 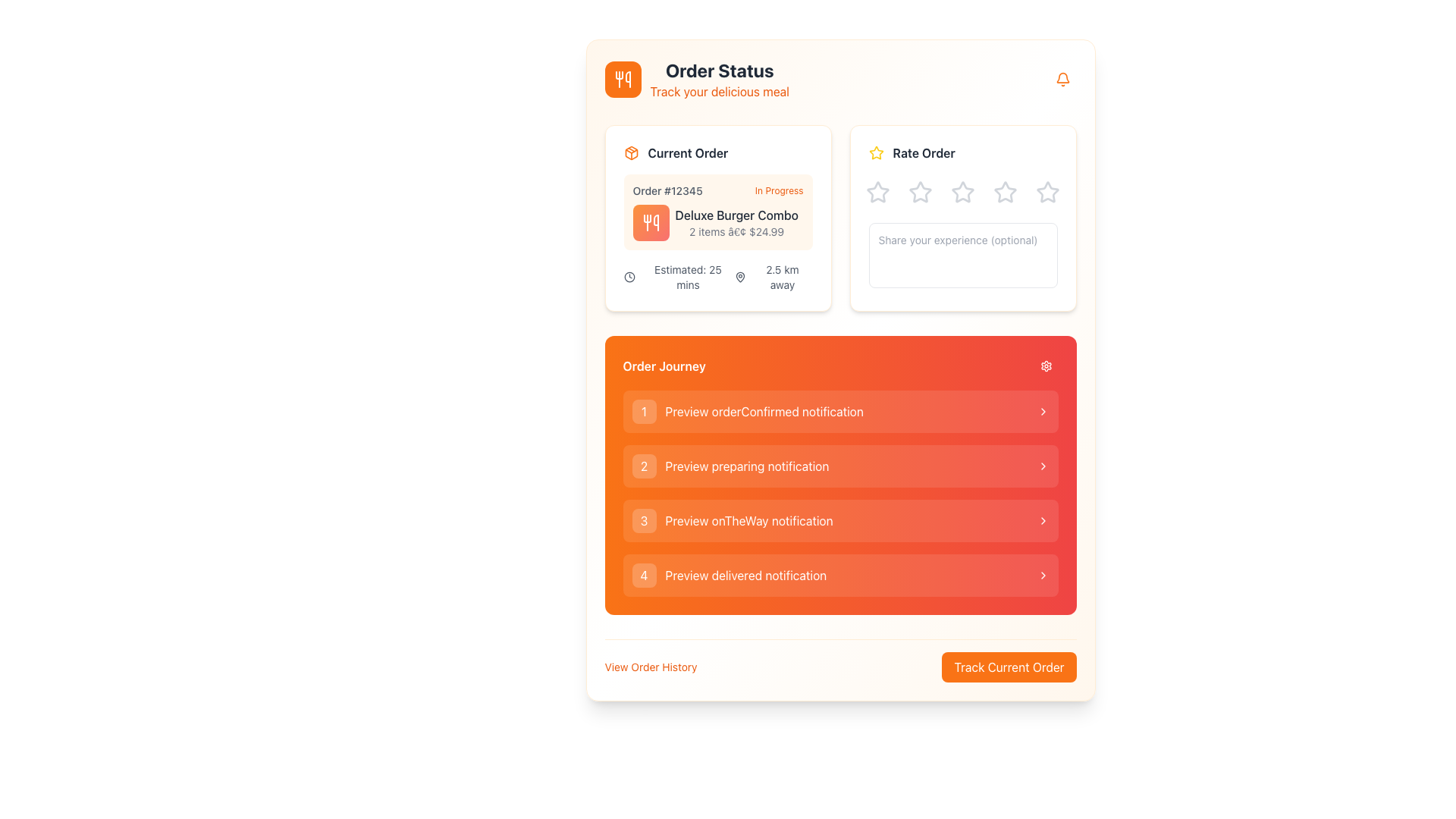 What do you see at coordinates (667, 190) in the screenshot?
I see `the 'Order #12345' text label, which displays the order number in gray color and is located within the 'Current Order' section to the left of 'In Progress'` at bounding box center [667, 190].